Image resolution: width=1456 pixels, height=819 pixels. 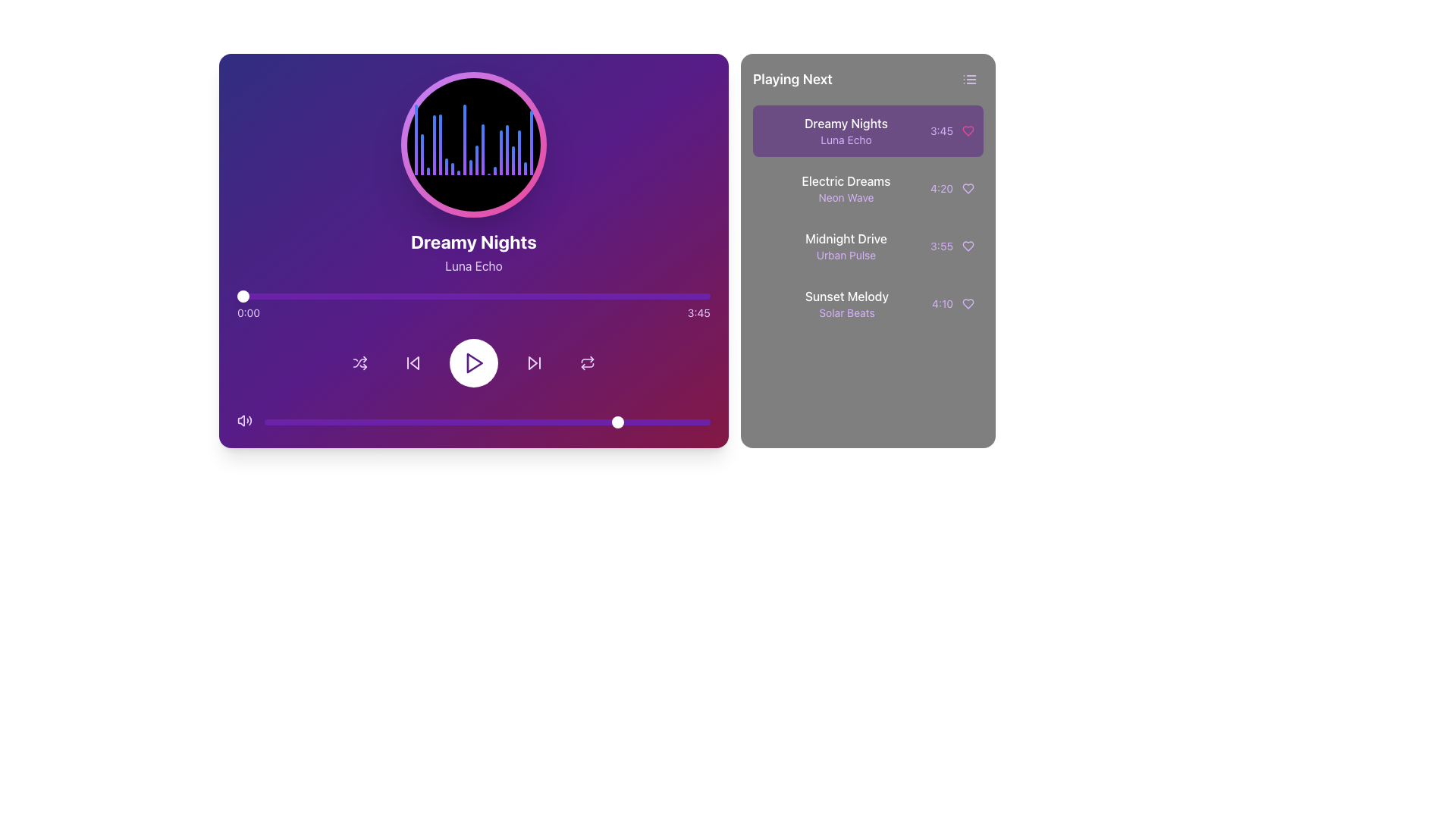 What do you see at coordinates (322, 422) in the screenshot?
I see `slider value` at bounding box center [322, 422].